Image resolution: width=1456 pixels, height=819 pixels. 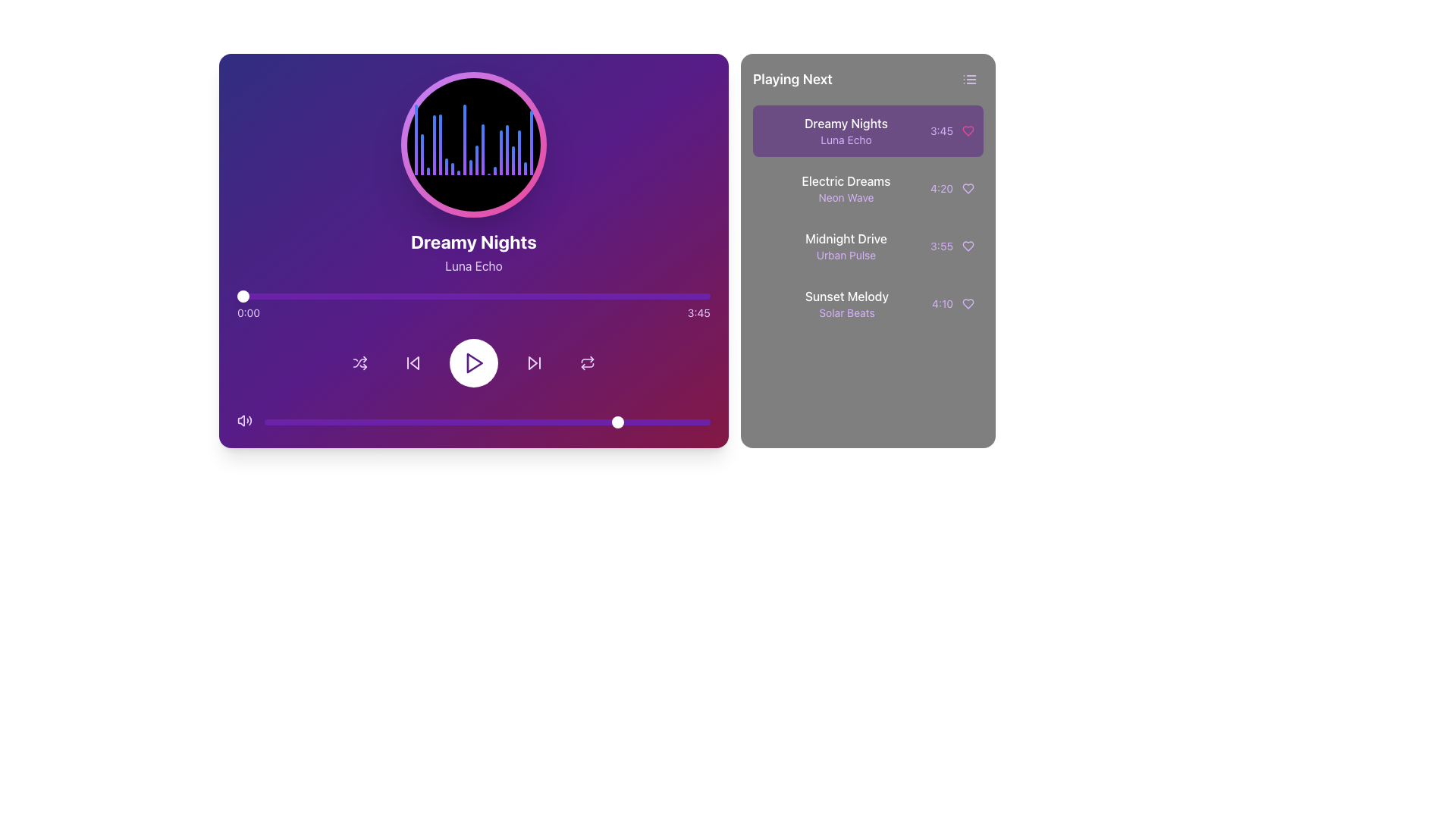 What do you see at coordinates (322, 422) in the screenshot?
I see `slider value` at bounding box center [322, 422].